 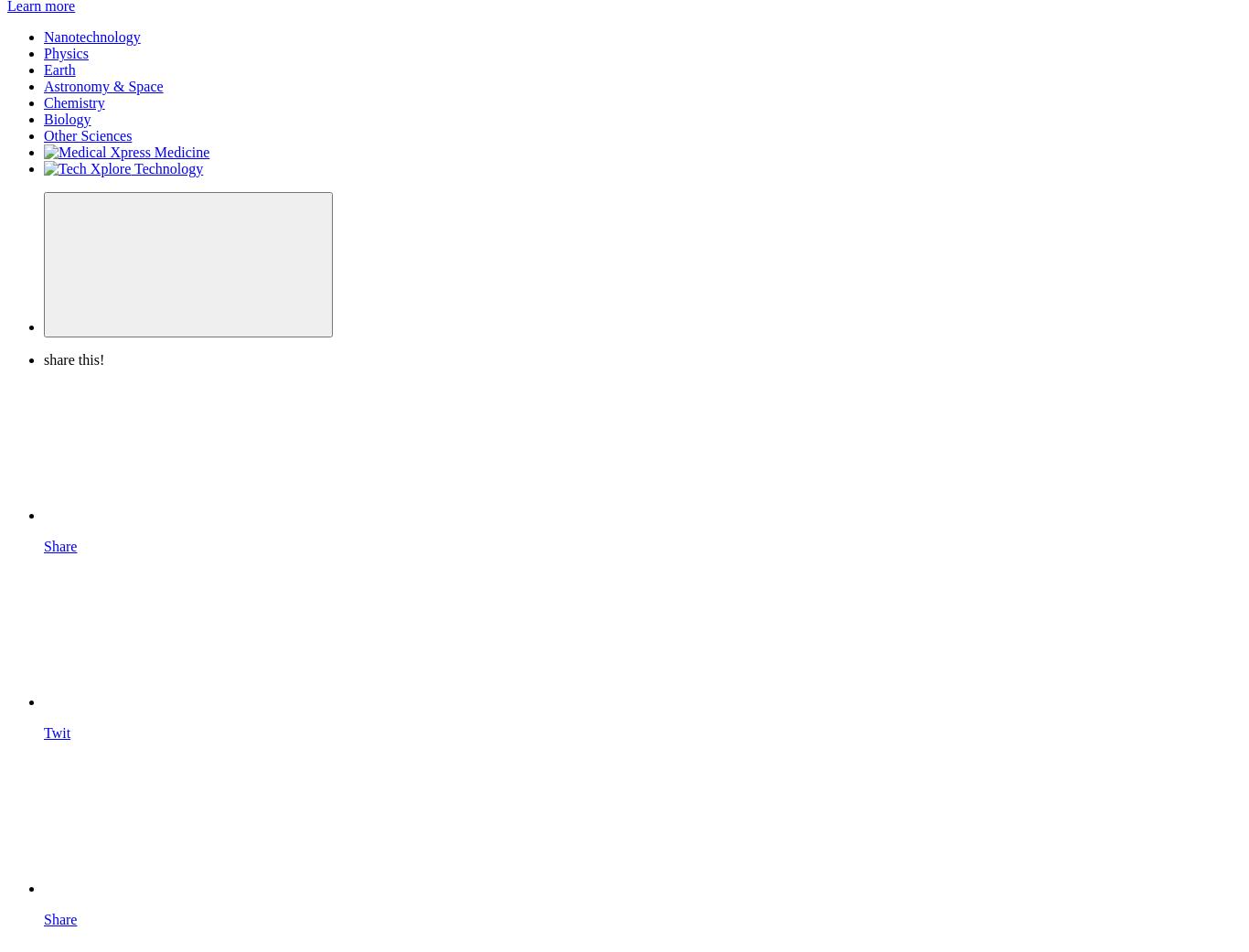 I want to click on 'Astronomy & Space', so click(x=43, y=85).